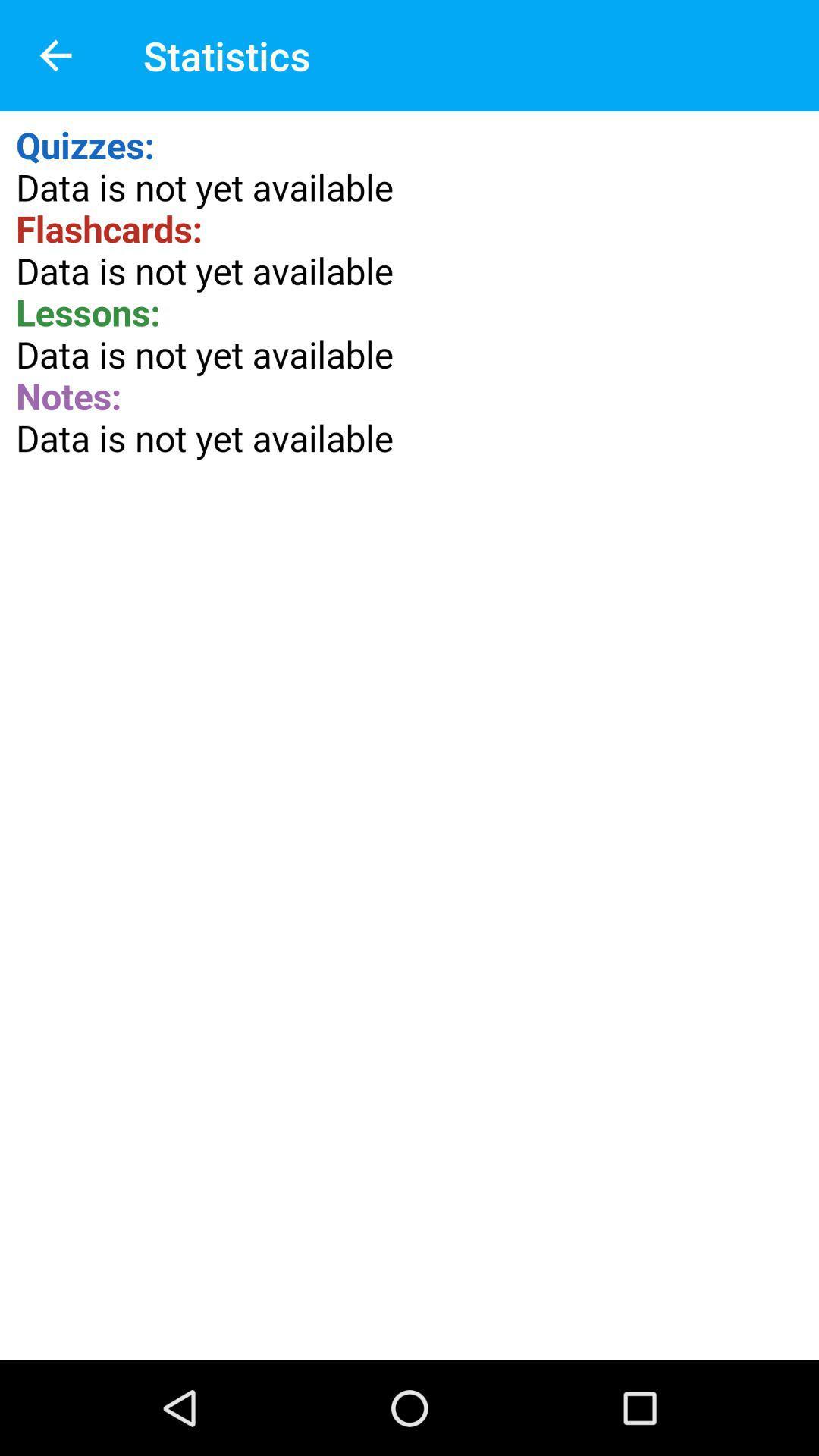 This screenshot has height=1456, width=819. Describe the element at coordinates (409, 736) in the screenshot. I see `item at the center` at that location.